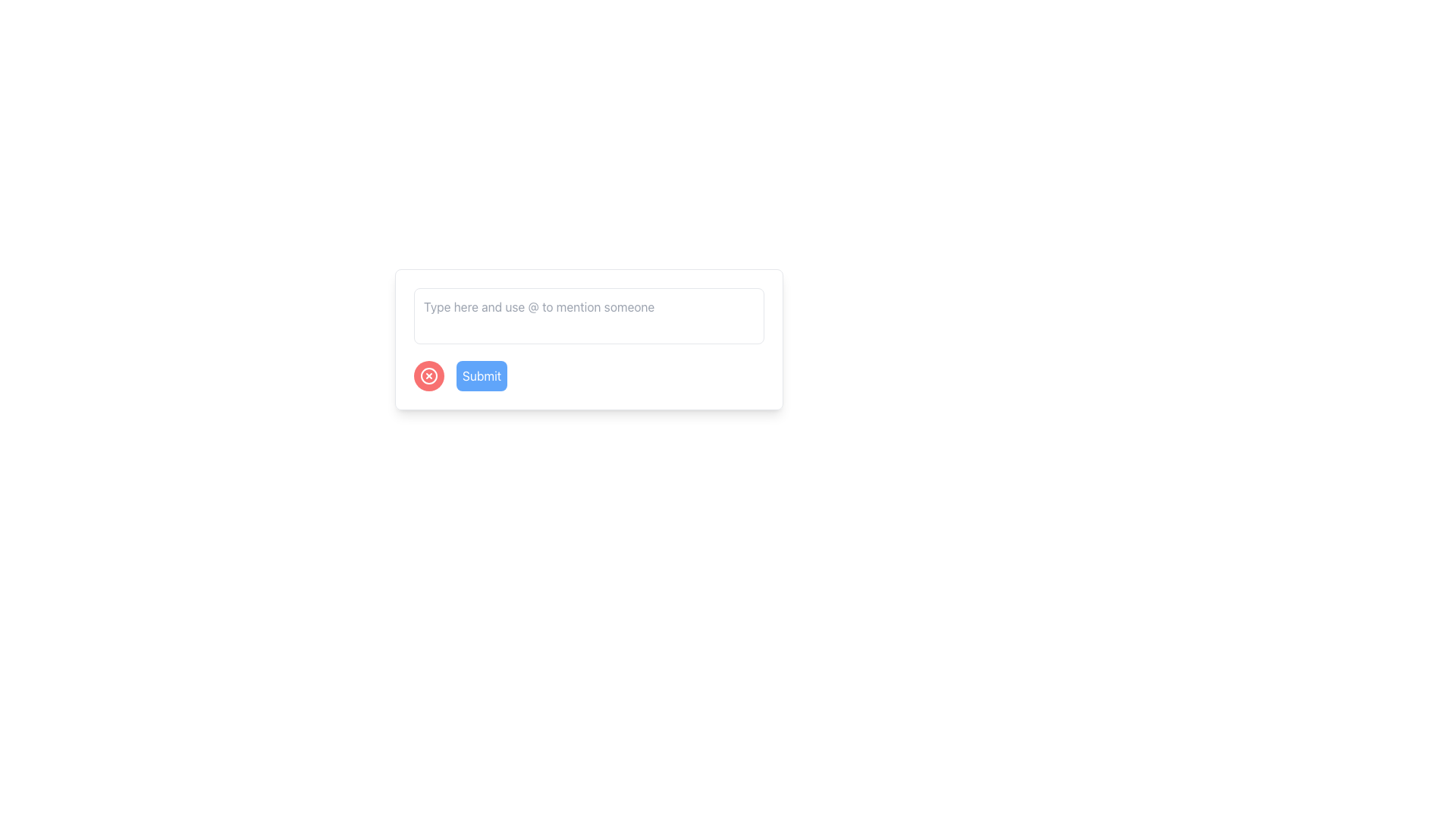 This screenshot has width=1456, height=819. I want to click on the leftmost button designed to clear input or content, located below a white input field, so click(428, 375).